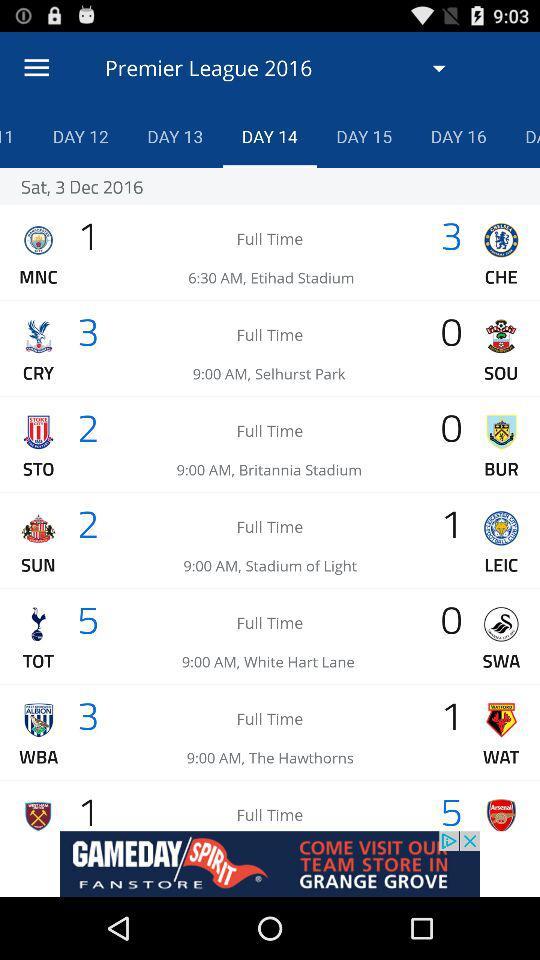 This screenshot has width=540, height=960. What do you see at coordinates (500, 815) in the screenshot?
I see `the bottom right icon` at bounding box center [500, 815].